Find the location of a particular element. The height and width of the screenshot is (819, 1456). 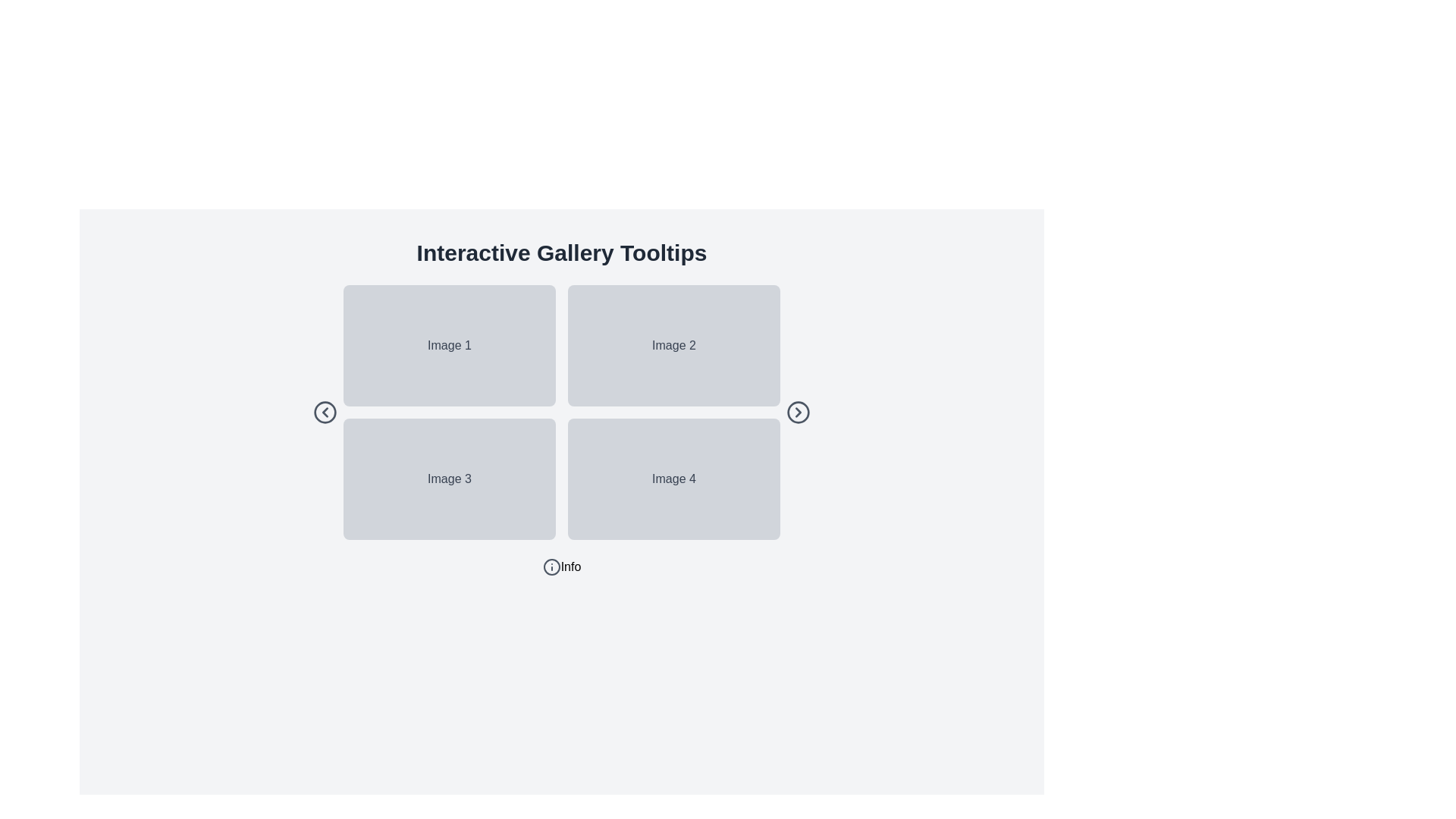

the circular button with a left-pointing chevron arrow to observe the style change is located at coordinates (324, 412).